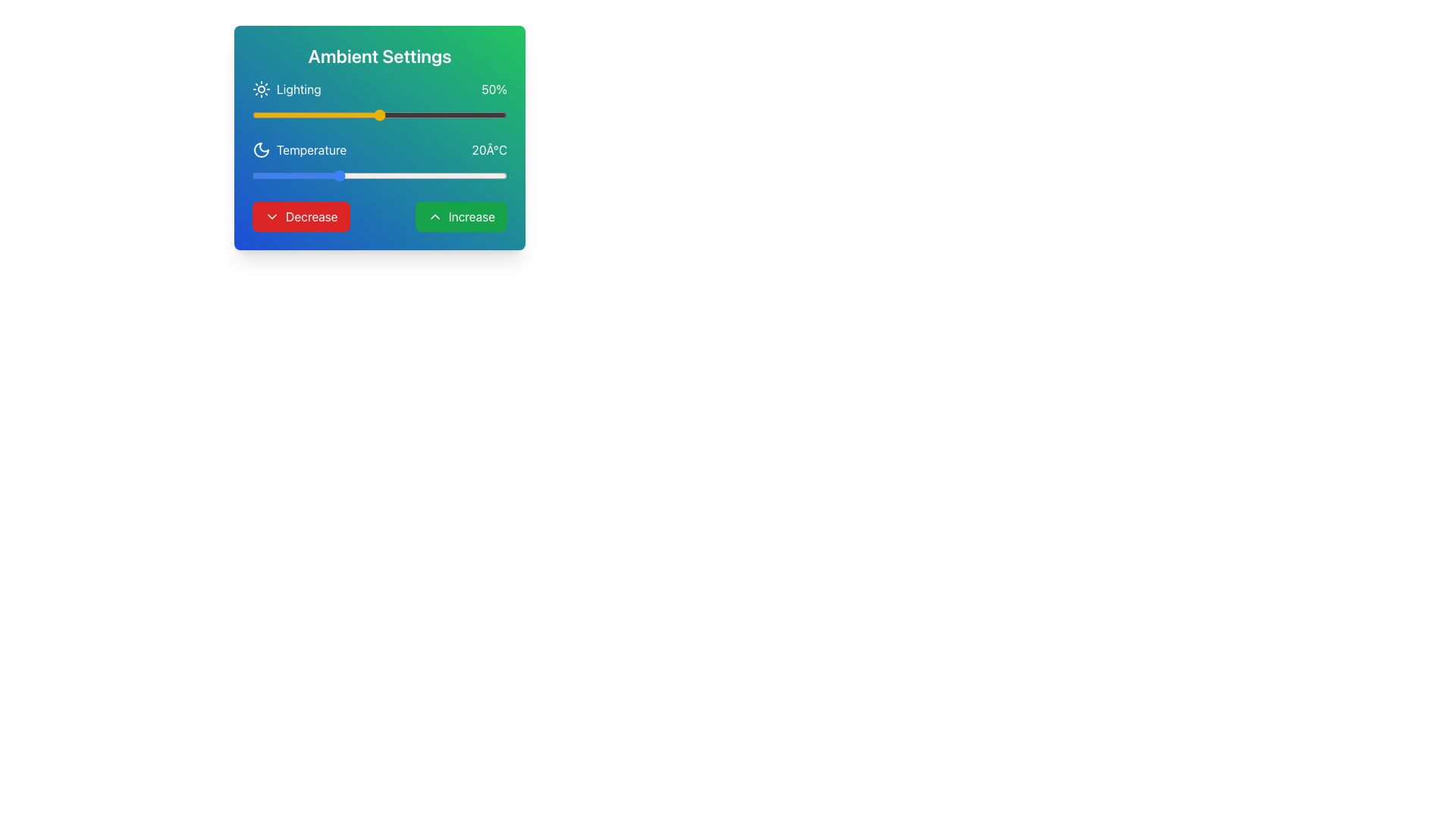 Image resolution: width=1456 pixels, height=819 pixels. What do you see at coordinates (468, 114) in the screenshot?
I see `the lighting level` at bounding box center [468, 114].